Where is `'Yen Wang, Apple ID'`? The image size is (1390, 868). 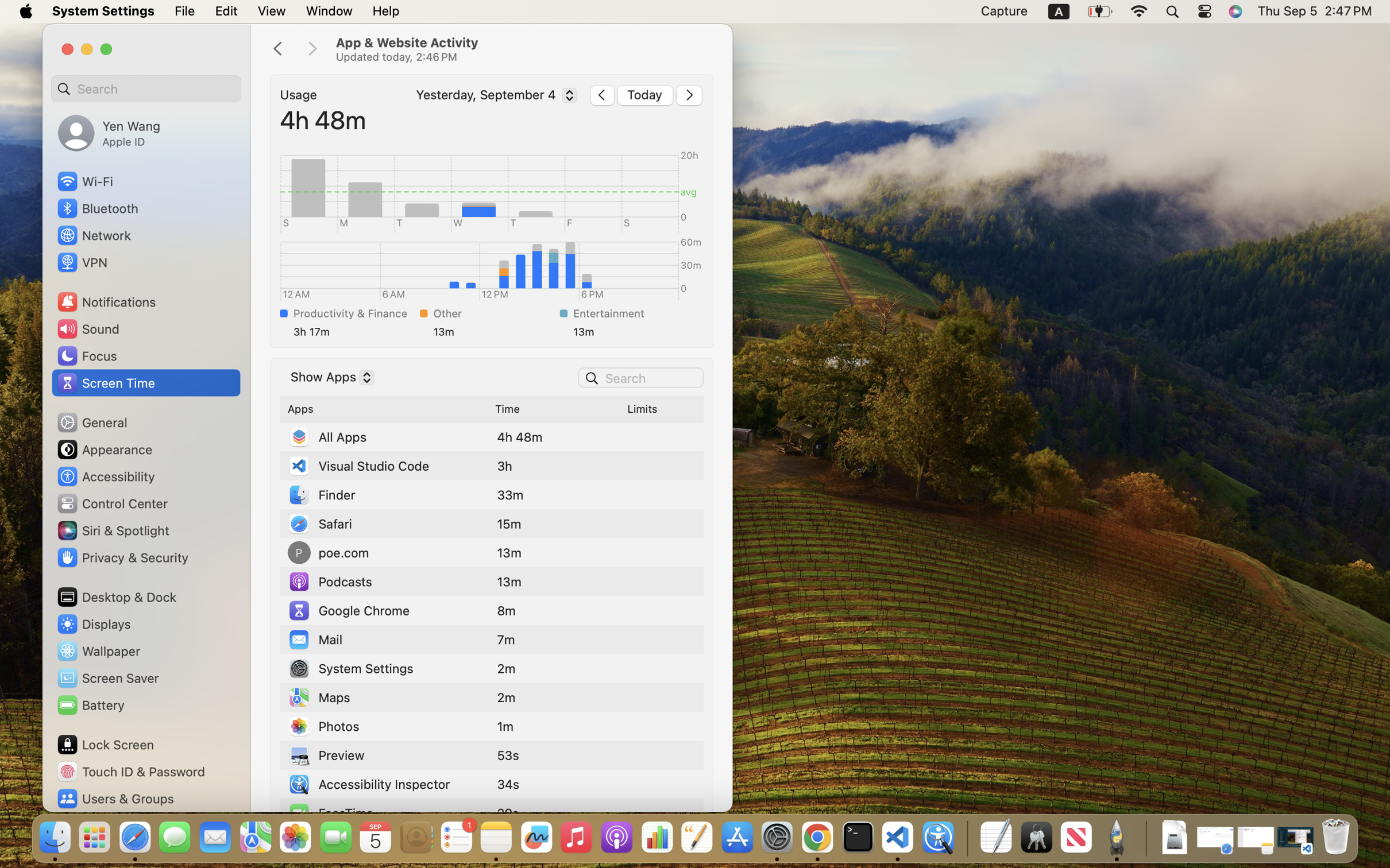 'Yen Wang, Apple ID' is located at coordinates (109, 132).